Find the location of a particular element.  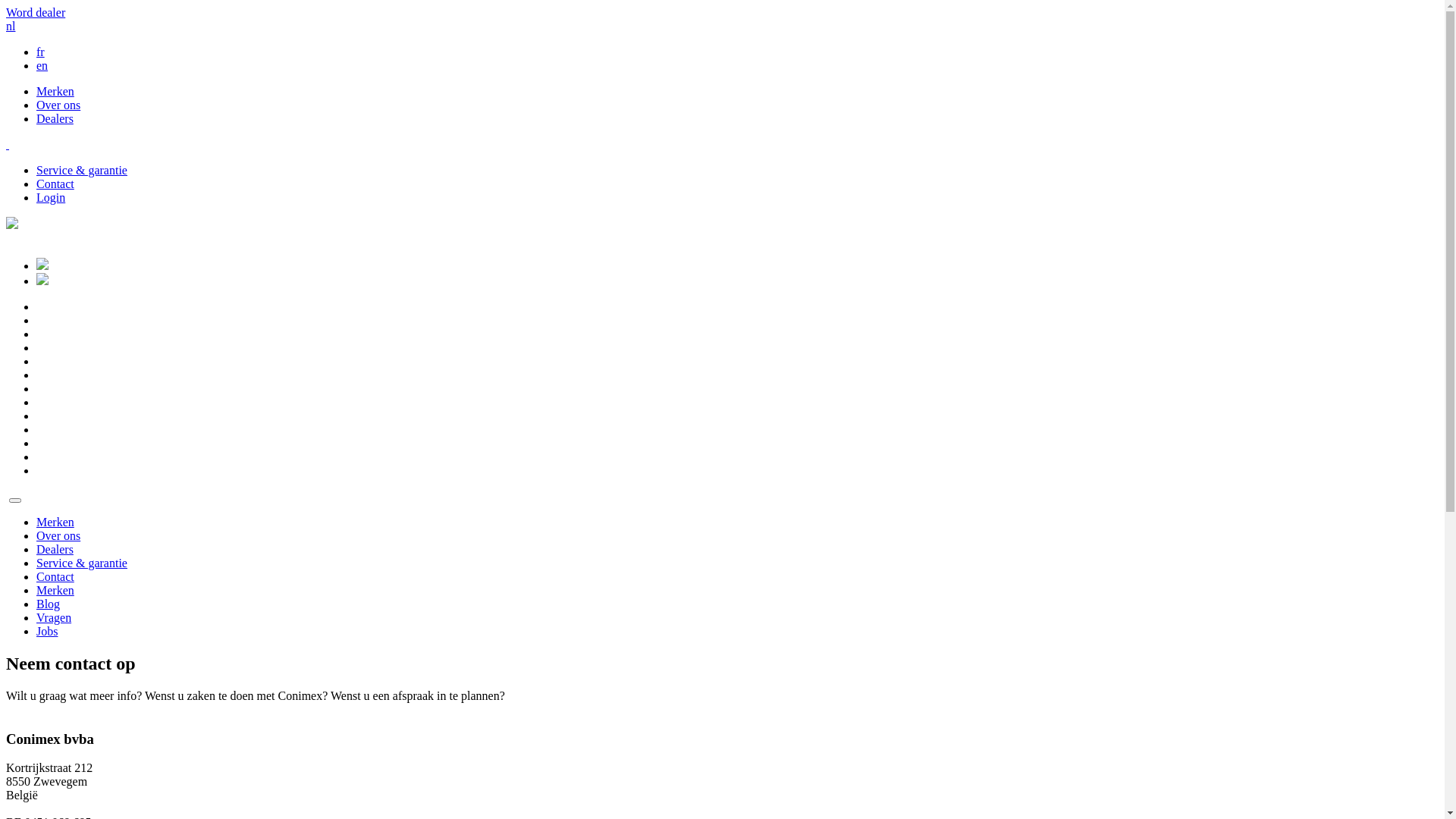

'Jobs' is located at coordinates (47, 631).